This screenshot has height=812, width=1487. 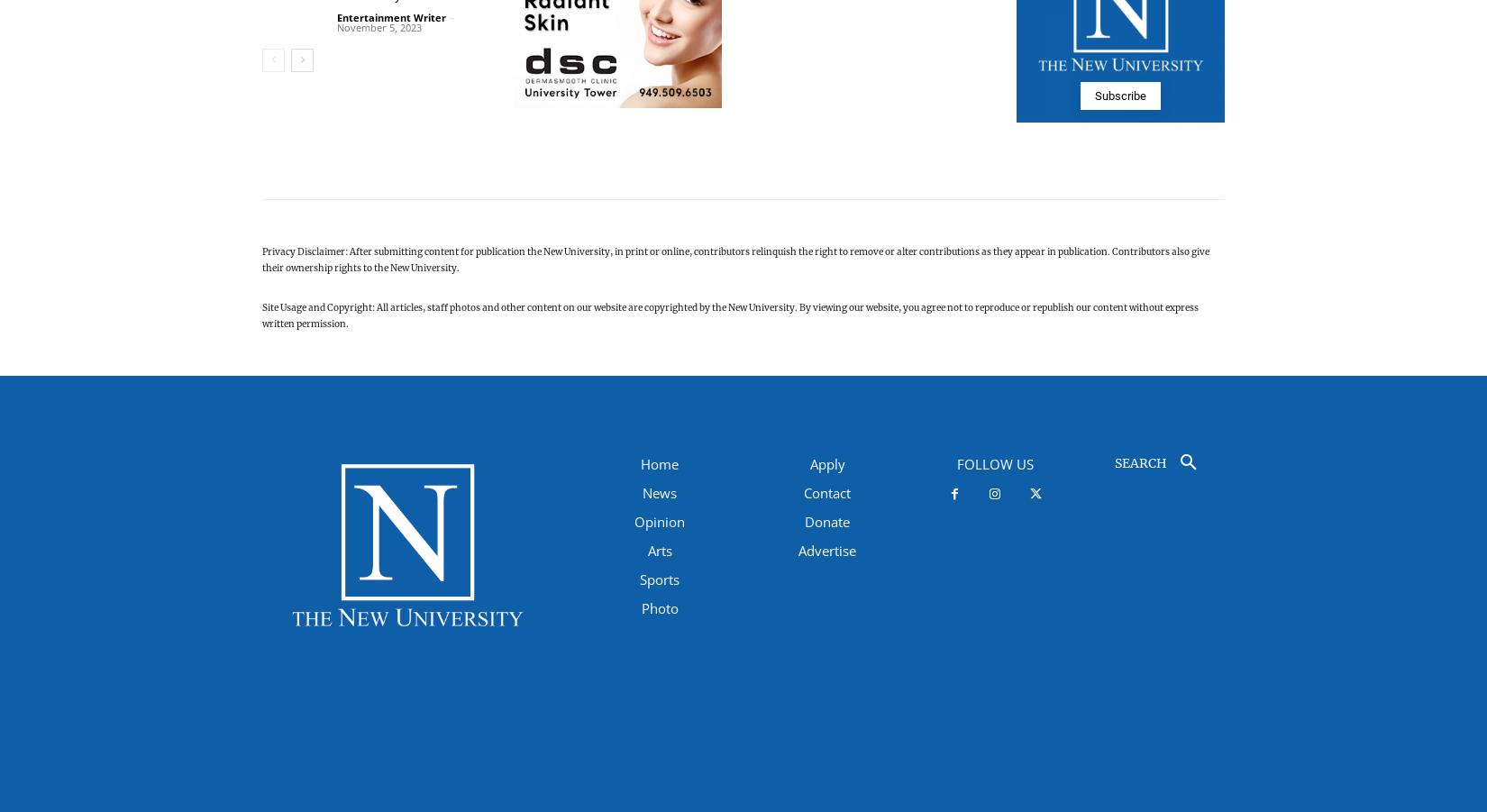 What do you see at coordinates (1140, 463) in the screenshot?
I see `'SEARCH'` at bounding box center [1140, 463].